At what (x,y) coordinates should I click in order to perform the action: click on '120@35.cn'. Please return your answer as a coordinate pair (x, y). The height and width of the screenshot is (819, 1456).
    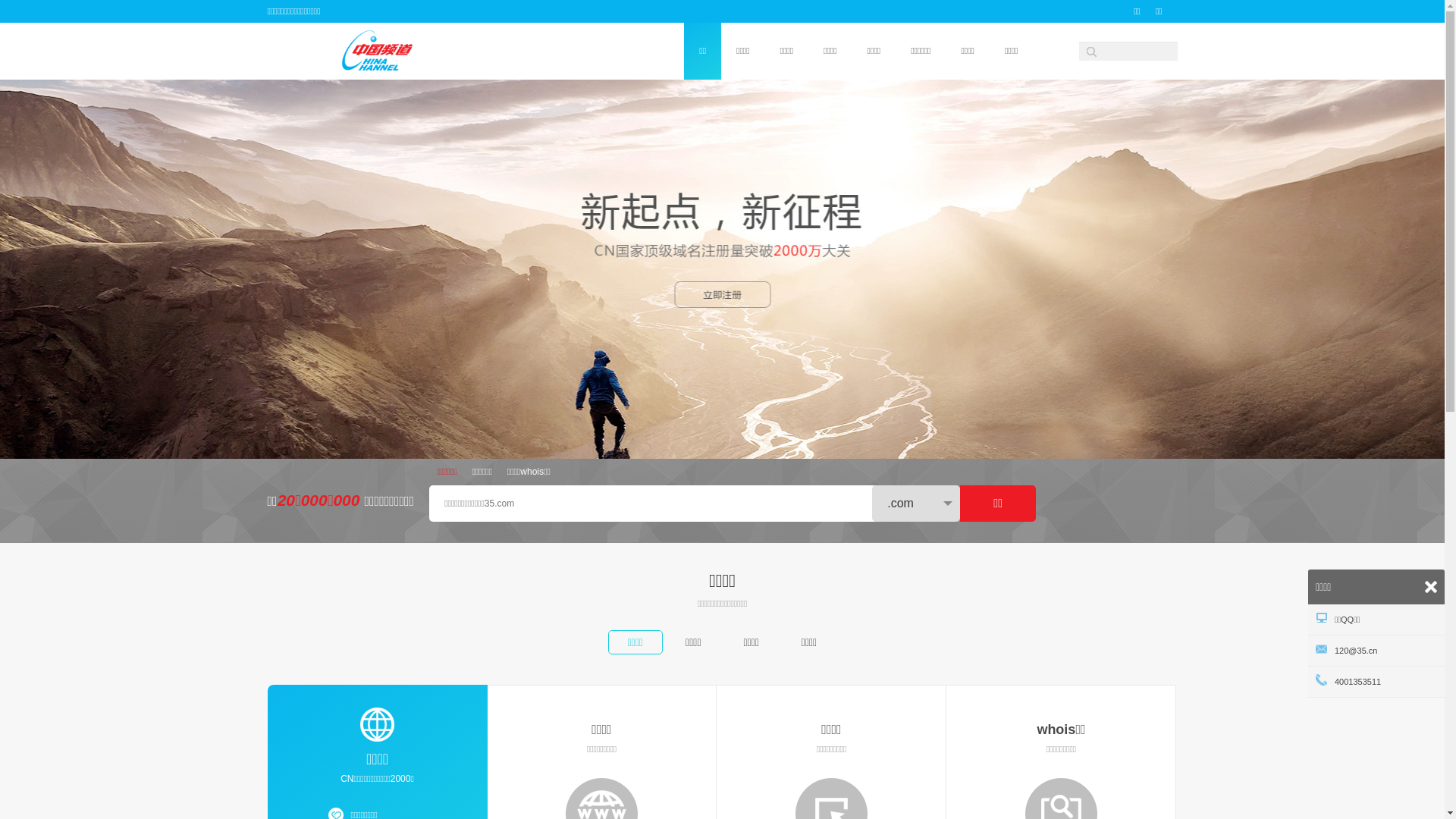
    Looking at the image, I should click on (1376, 649).